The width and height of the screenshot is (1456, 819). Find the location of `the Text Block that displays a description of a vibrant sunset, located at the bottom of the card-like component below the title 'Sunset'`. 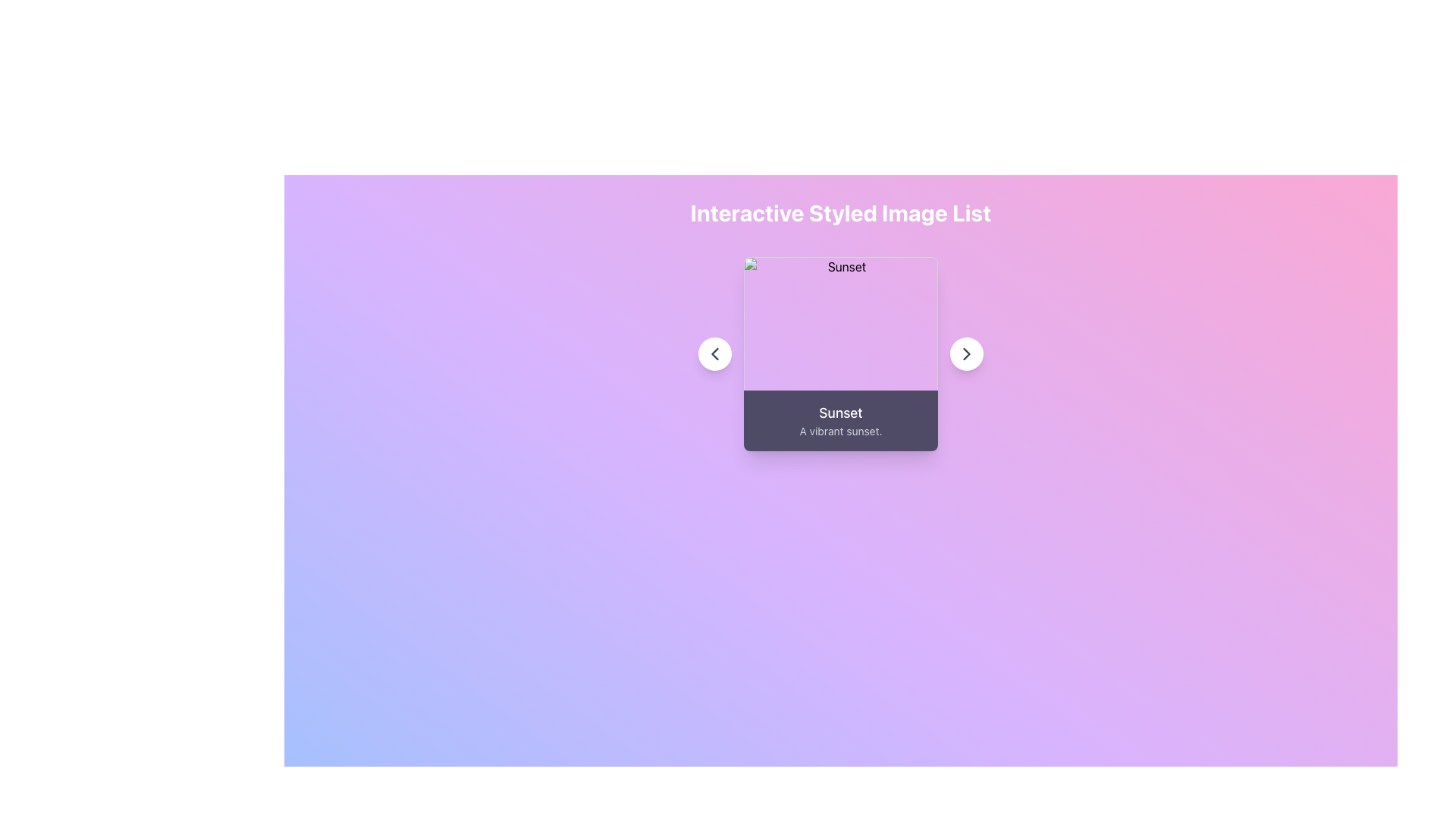

the Text Block that displays a description of a vibrant sunset, located at the bottom of the card-like component below the title 'Sunset' is located at coordinates (839, 431).